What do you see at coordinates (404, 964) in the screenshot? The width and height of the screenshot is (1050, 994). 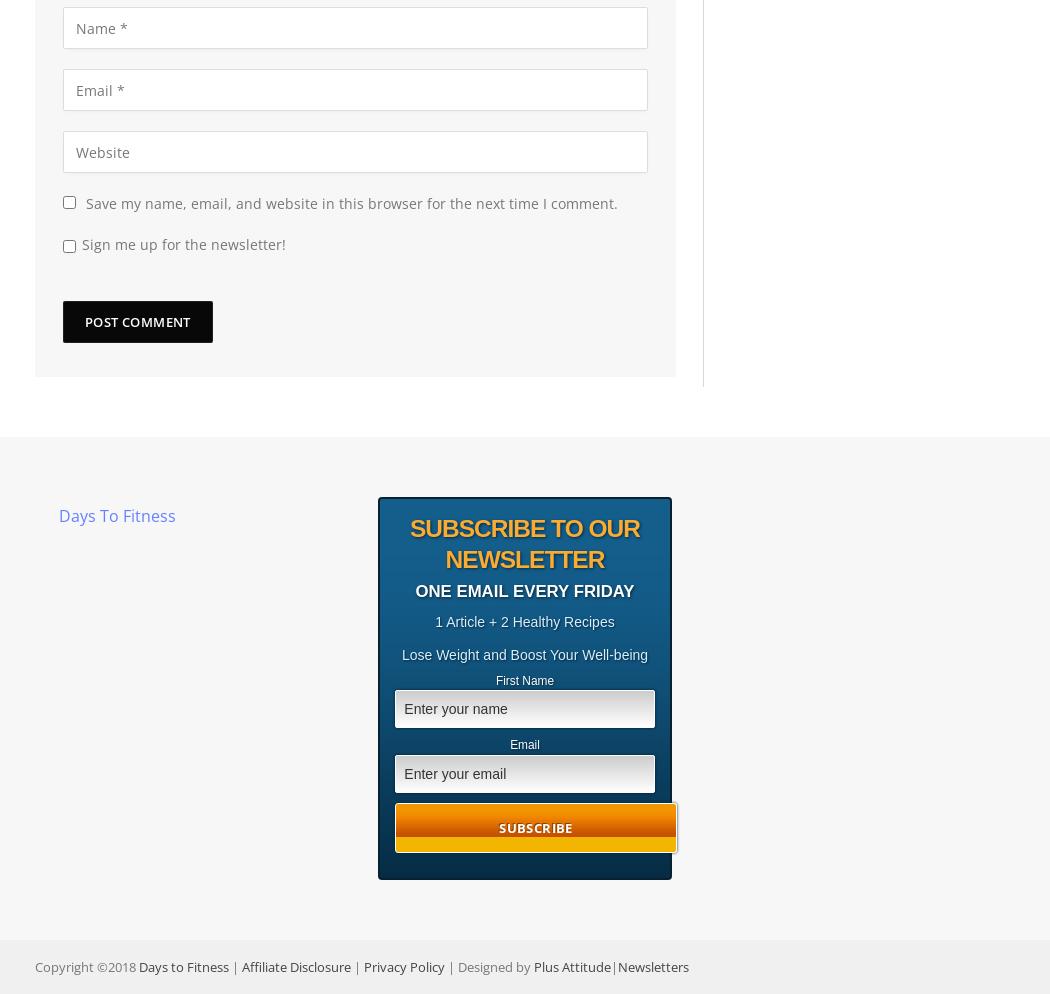 I see `'Privacy Policy'` at bounding box center [404, 964].